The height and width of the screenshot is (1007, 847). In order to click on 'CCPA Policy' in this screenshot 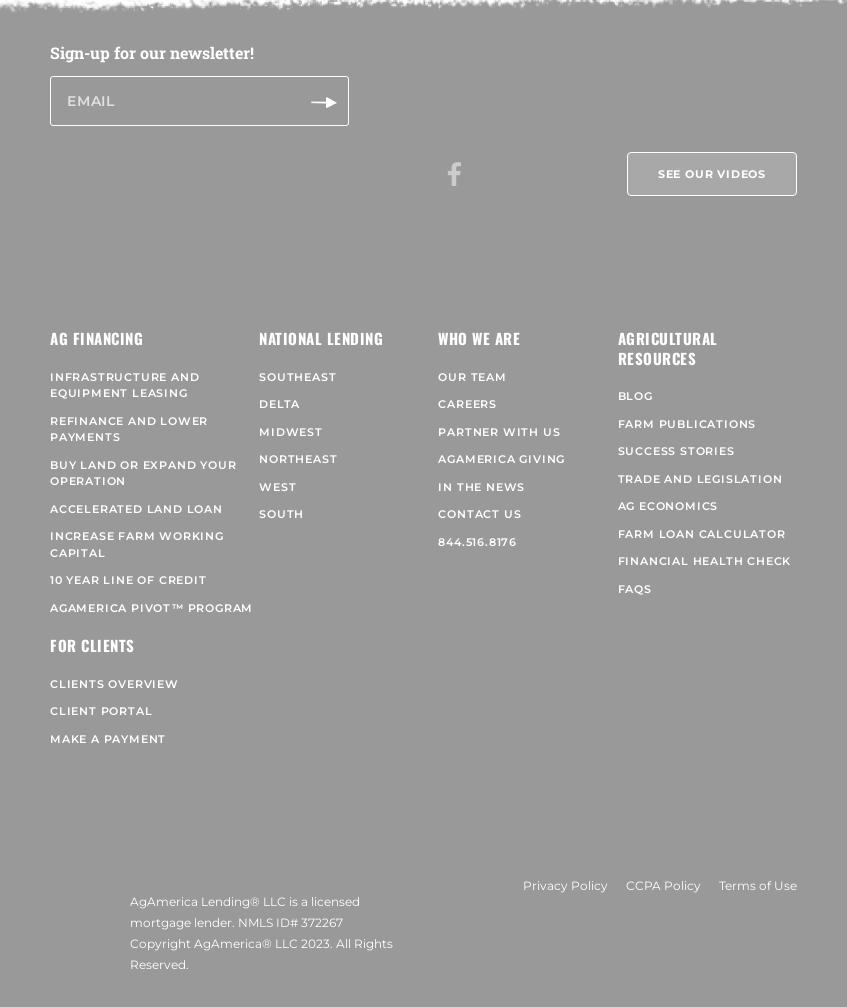, I will do `click(662, 872)`.